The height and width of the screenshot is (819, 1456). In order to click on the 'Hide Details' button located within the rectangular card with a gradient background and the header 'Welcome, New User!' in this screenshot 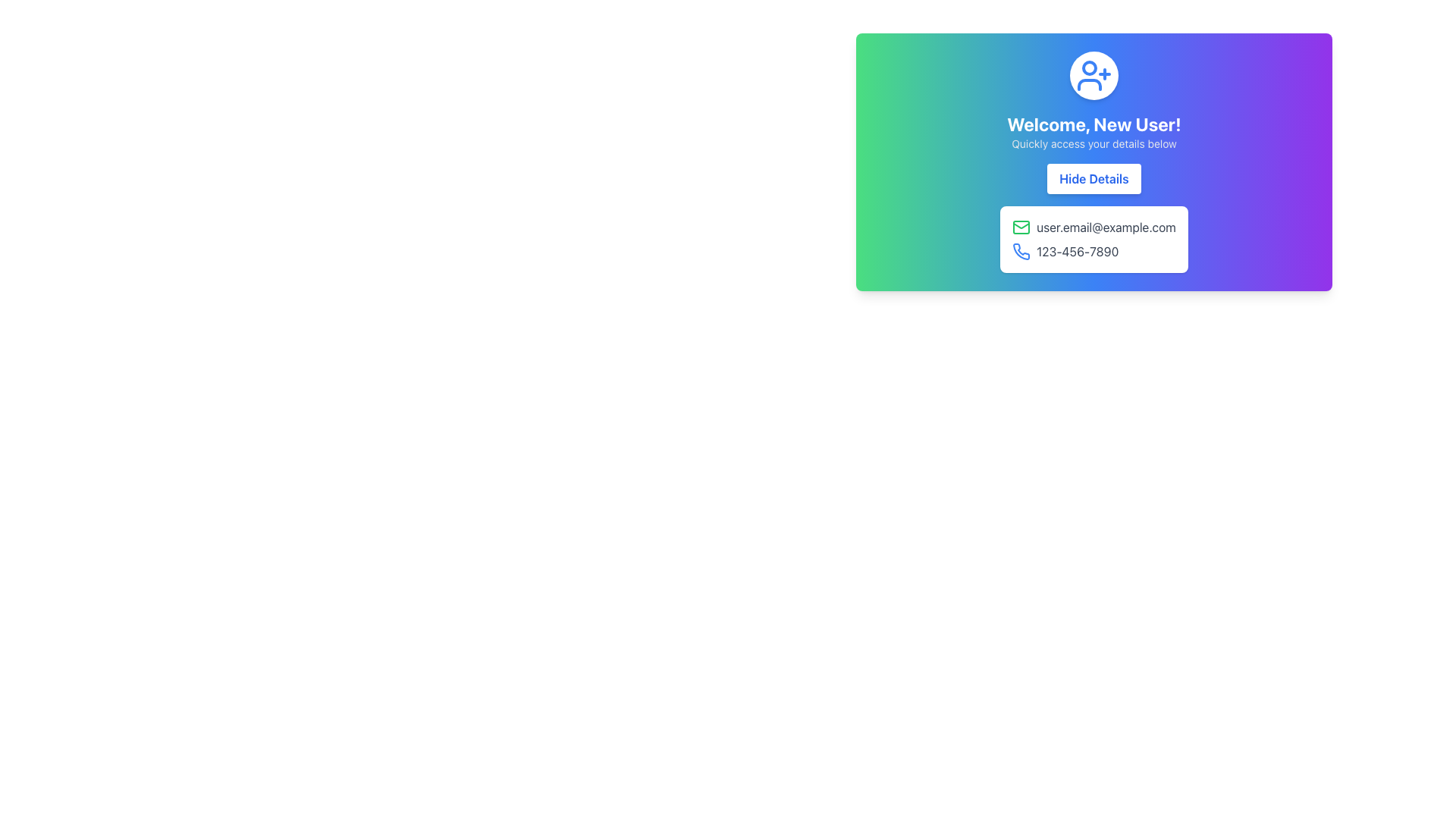, I will do `click(1094, 162)`.